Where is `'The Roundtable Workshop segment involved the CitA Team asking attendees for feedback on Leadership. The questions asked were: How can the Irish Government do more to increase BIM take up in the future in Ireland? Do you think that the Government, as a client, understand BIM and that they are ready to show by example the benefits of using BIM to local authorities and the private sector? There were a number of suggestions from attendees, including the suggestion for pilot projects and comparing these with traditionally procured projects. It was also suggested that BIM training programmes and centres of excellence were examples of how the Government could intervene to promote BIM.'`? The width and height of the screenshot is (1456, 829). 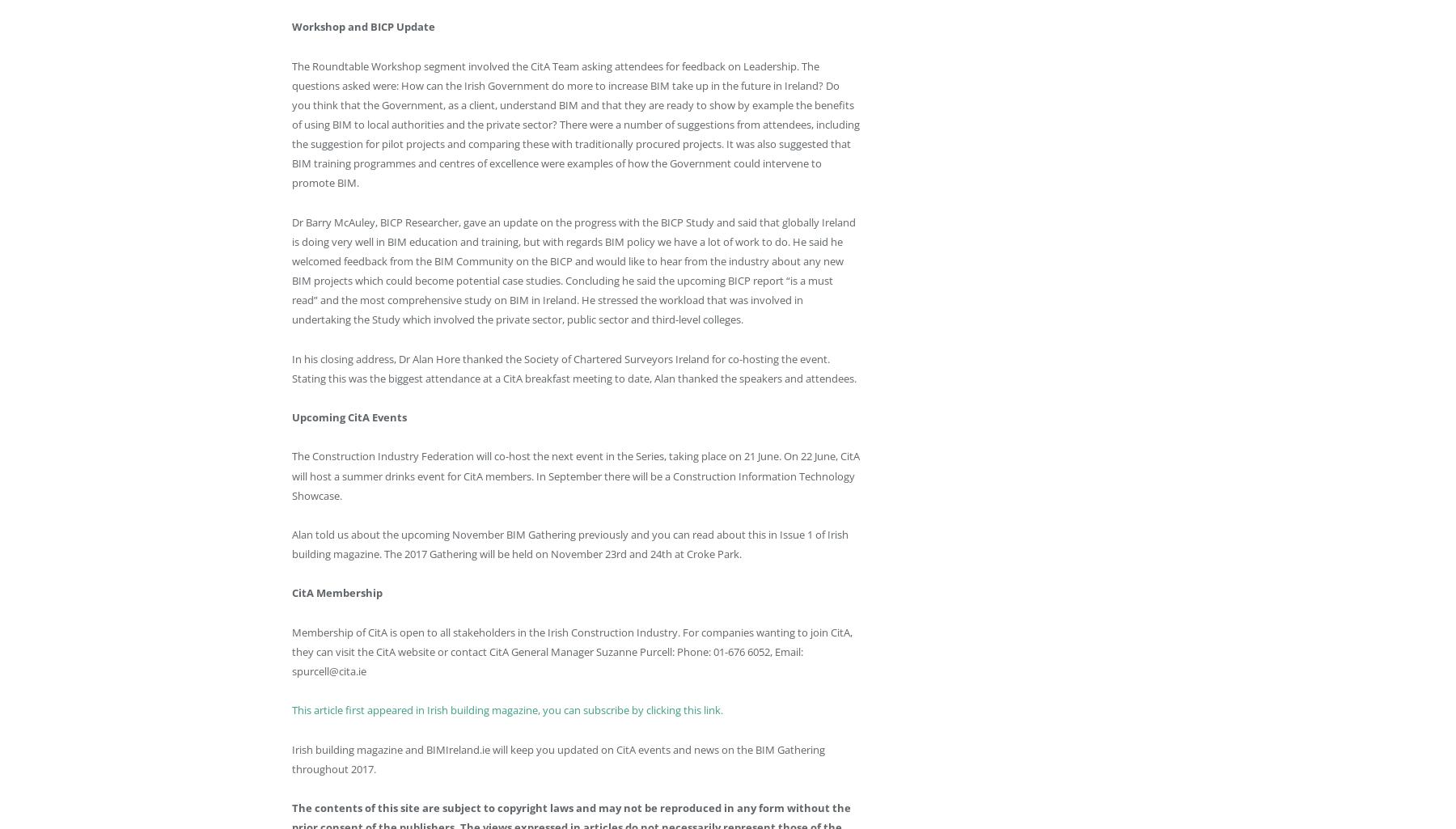
'The Roundtable Workshop segment involved the CitA Team asking attendees for feedback on Leadership. The questions asked were: How can the Irish Government do more to increase BIM take up in the future in Ireland? Do you think that the Government, as a client, understand BIM and that they are ready to show by example the benefits of using BIM to local authorities and the private sector? There were a number of suggestions from attendees, including the suggestion for pilot projects and comparing these with traditionally procured projects. It was also suggested that BIM training programmes and centres of excellence were examples of how the Government could intervene to promote BIM.' is located at coordinates (575, 123).